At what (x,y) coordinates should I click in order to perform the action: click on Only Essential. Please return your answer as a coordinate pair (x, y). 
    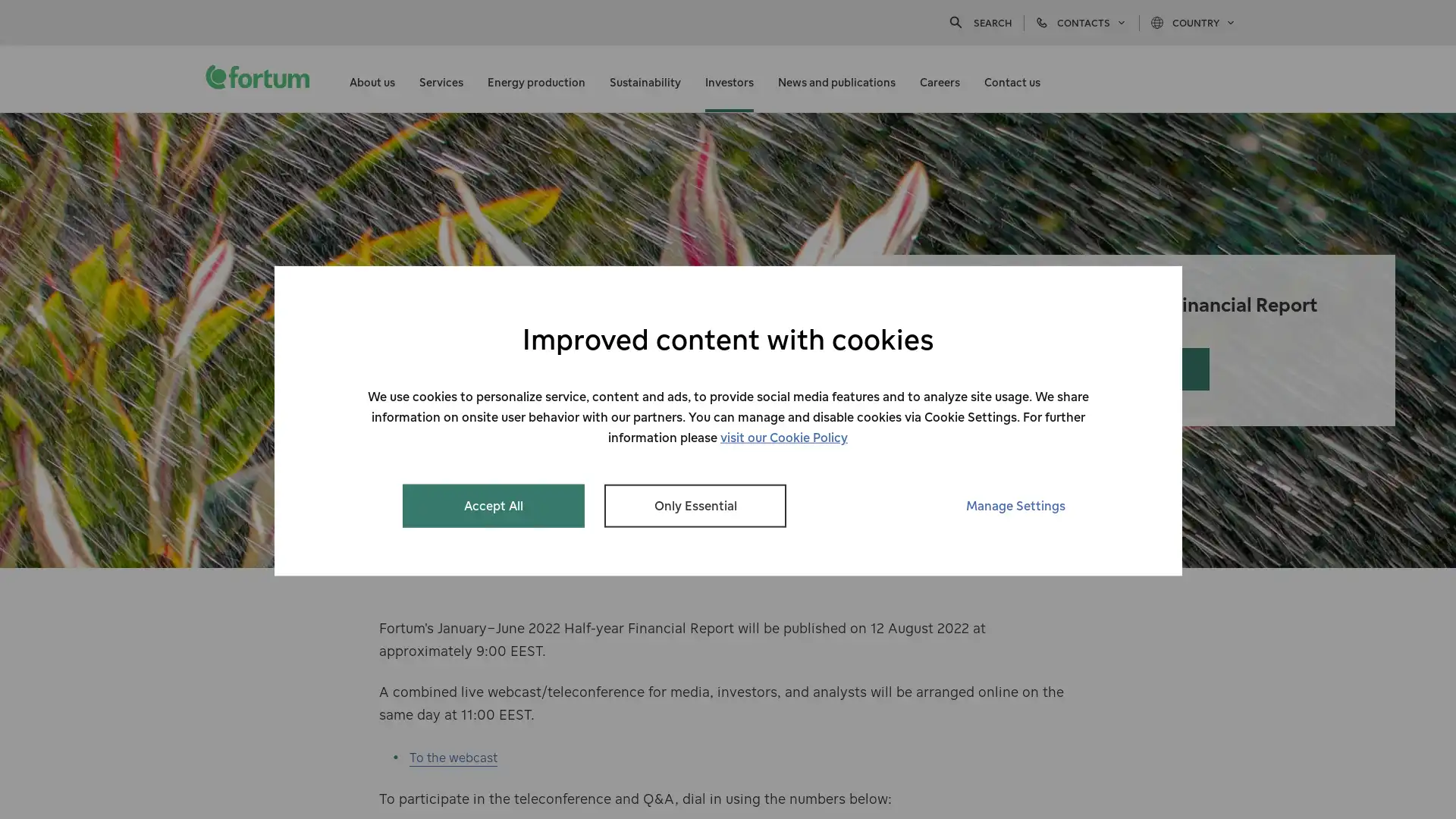
    Looking at the image, I should click on (694, 505).